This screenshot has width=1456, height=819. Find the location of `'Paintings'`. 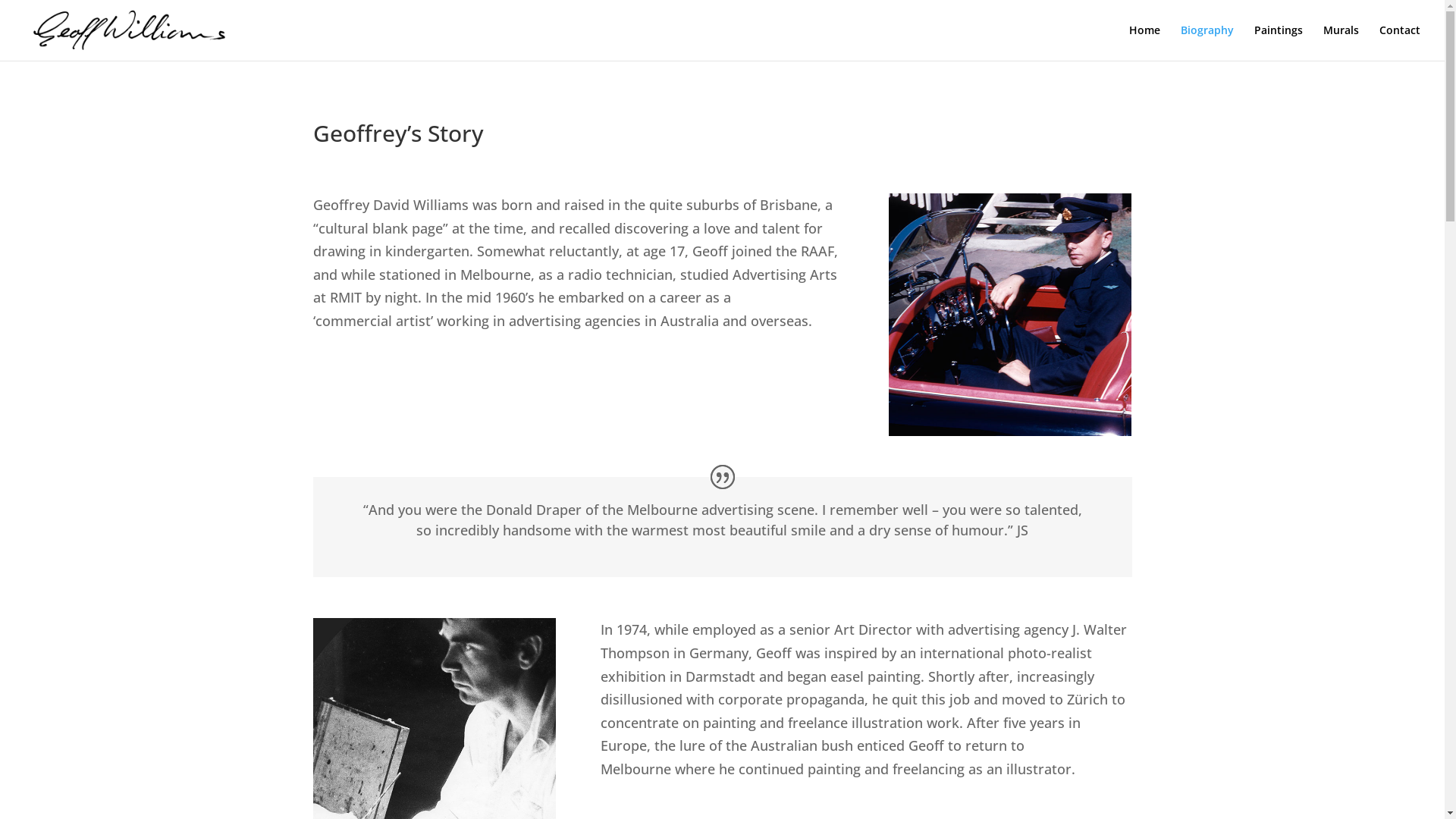

'Paintings' is located at coordinates (1254, 42).